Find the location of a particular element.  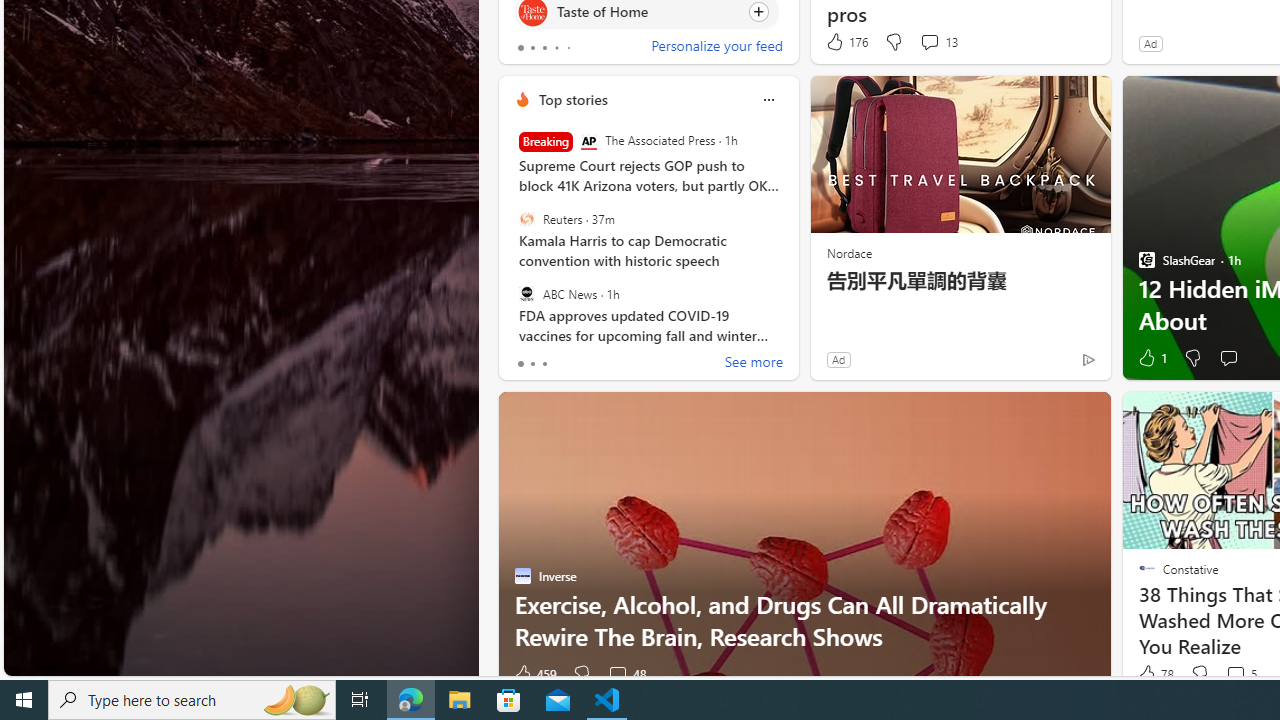

'View comments 5 Comment' is located at coordinates (1234, 673).